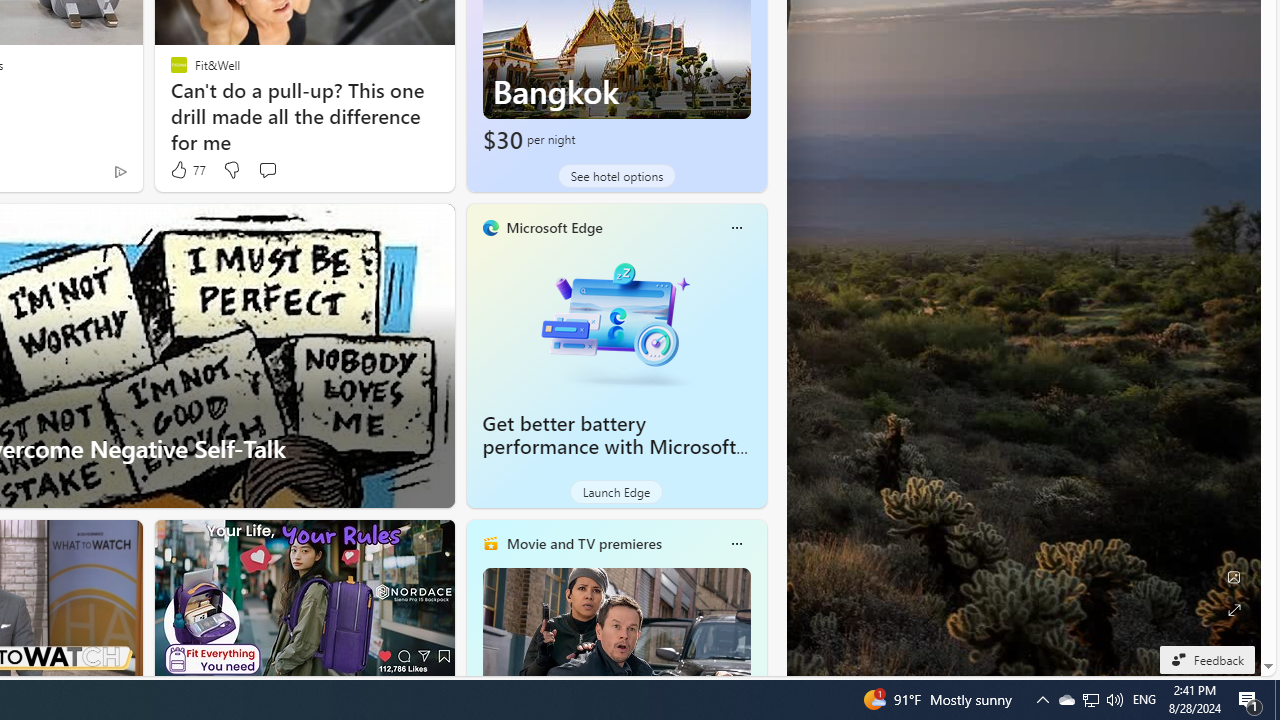 This screenshot has width=1280, height=720. What do you see at coordinates (266, 168) in the screenshot?
I see `'Start the conversation'` at bounding box center [266, 168].